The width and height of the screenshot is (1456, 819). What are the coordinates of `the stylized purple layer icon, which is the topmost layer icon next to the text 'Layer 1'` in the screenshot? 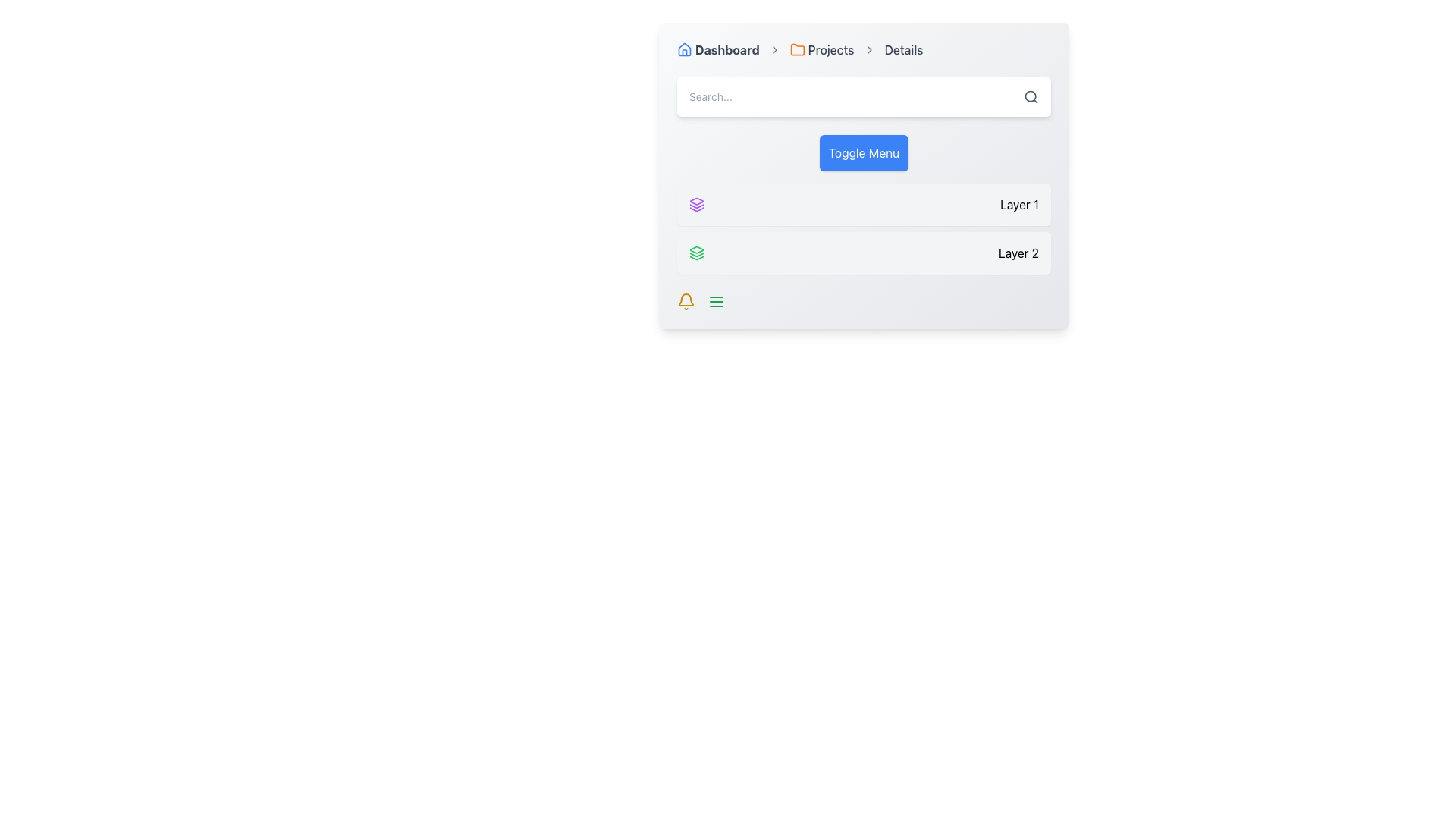 It's located at (696, 200).